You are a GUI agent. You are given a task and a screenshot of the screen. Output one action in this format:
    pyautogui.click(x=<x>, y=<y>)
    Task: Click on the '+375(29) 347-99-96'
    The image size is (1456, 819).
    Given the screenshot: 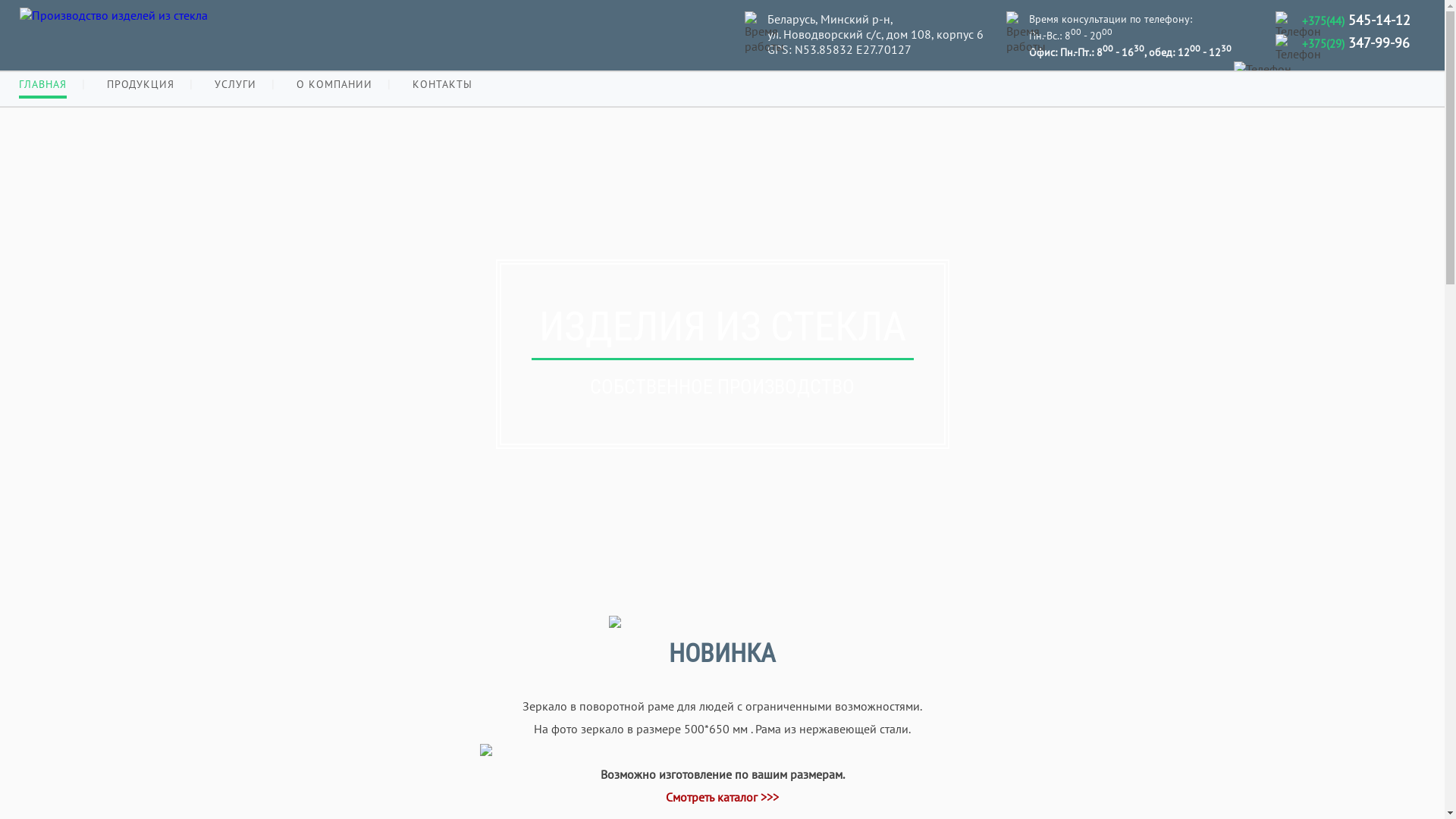 What is the action you would take?
    pyautogui.click(x=1356, y=42)
    